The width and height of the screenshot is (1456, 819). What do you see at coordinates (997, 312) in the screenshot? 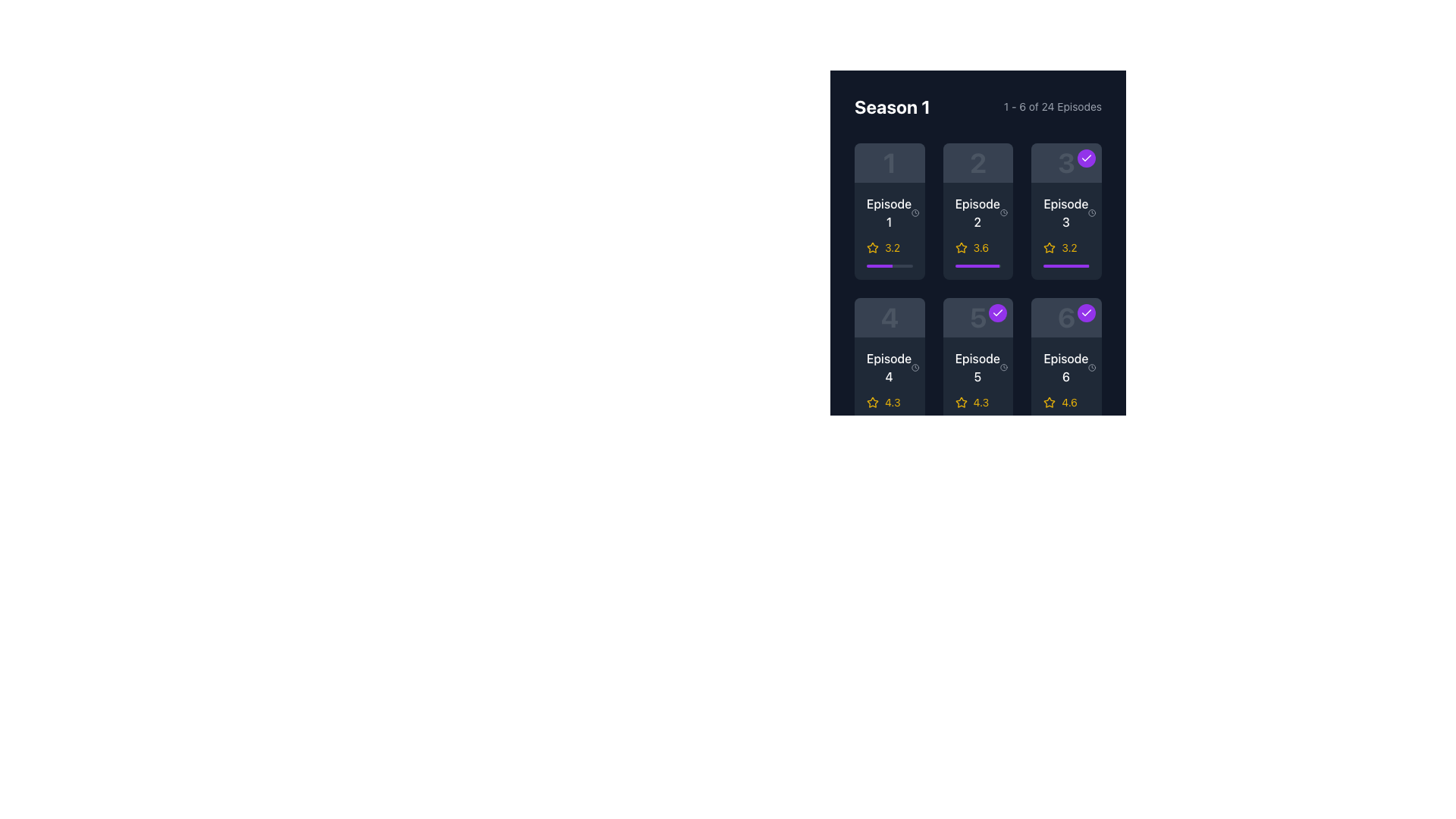
I see `the circular status icon with a purple background and a white checkmark in the top-right corner of the Episode 5 card` at bounding box center [997, 312].